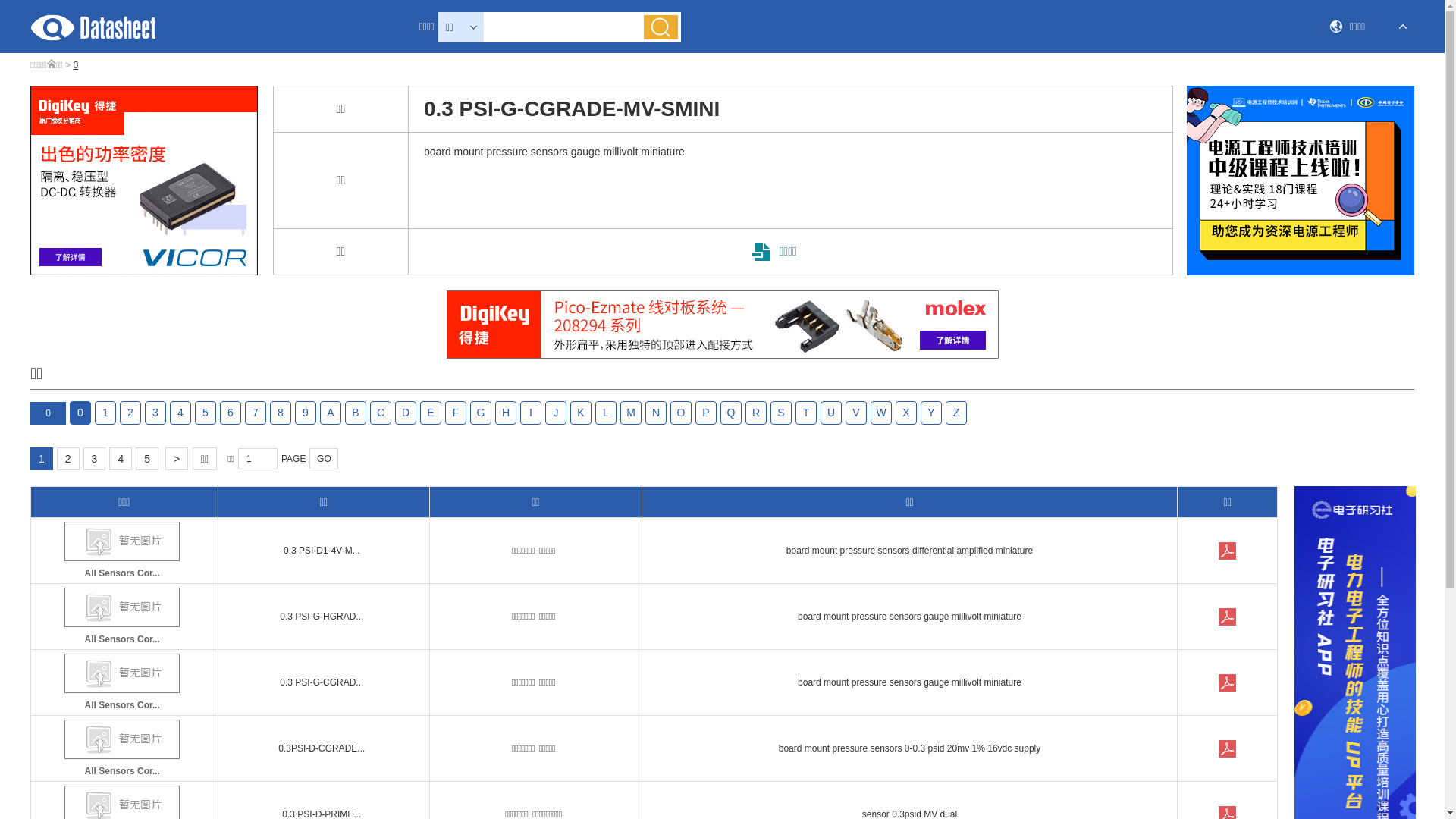 Image resolution: width=1456 pixels, height=819 pixels. What do you see at coordinates (319, 413) in the screenshot?
I see `'A'` at bounding box center [319, 413].